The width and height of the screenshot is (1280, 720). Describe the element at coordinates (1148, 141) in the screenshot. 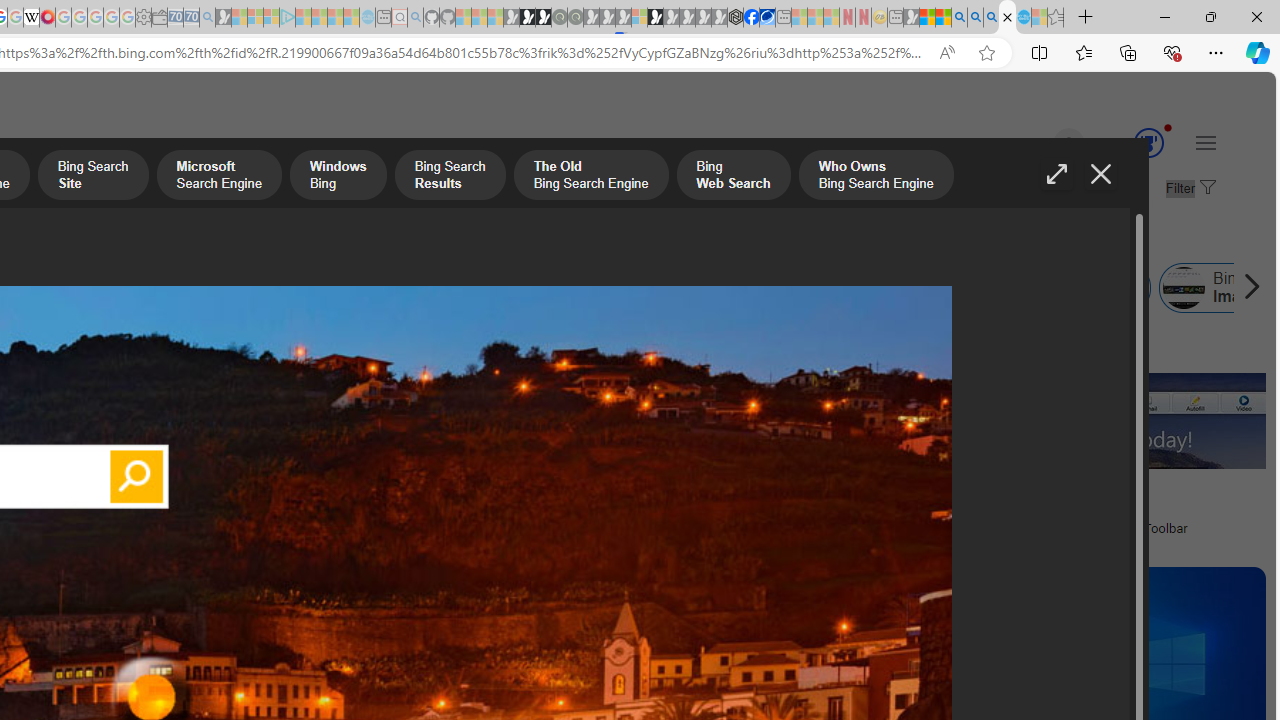

I see `'AutomationID: rh_meter'` at that location.